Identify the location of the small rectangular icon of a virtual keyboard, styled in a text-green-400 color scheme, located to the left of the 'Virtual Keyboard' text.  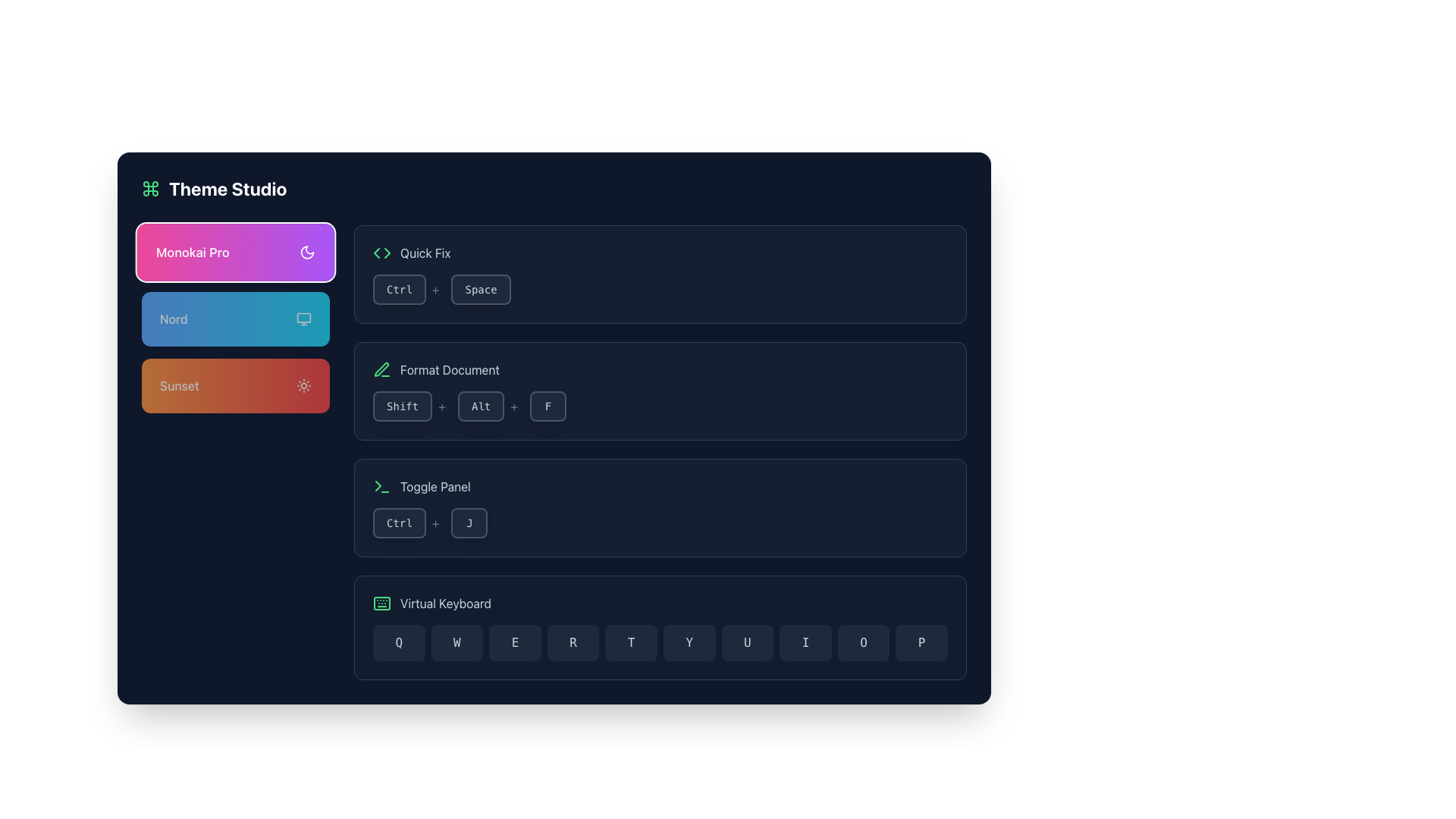
(382, 602).